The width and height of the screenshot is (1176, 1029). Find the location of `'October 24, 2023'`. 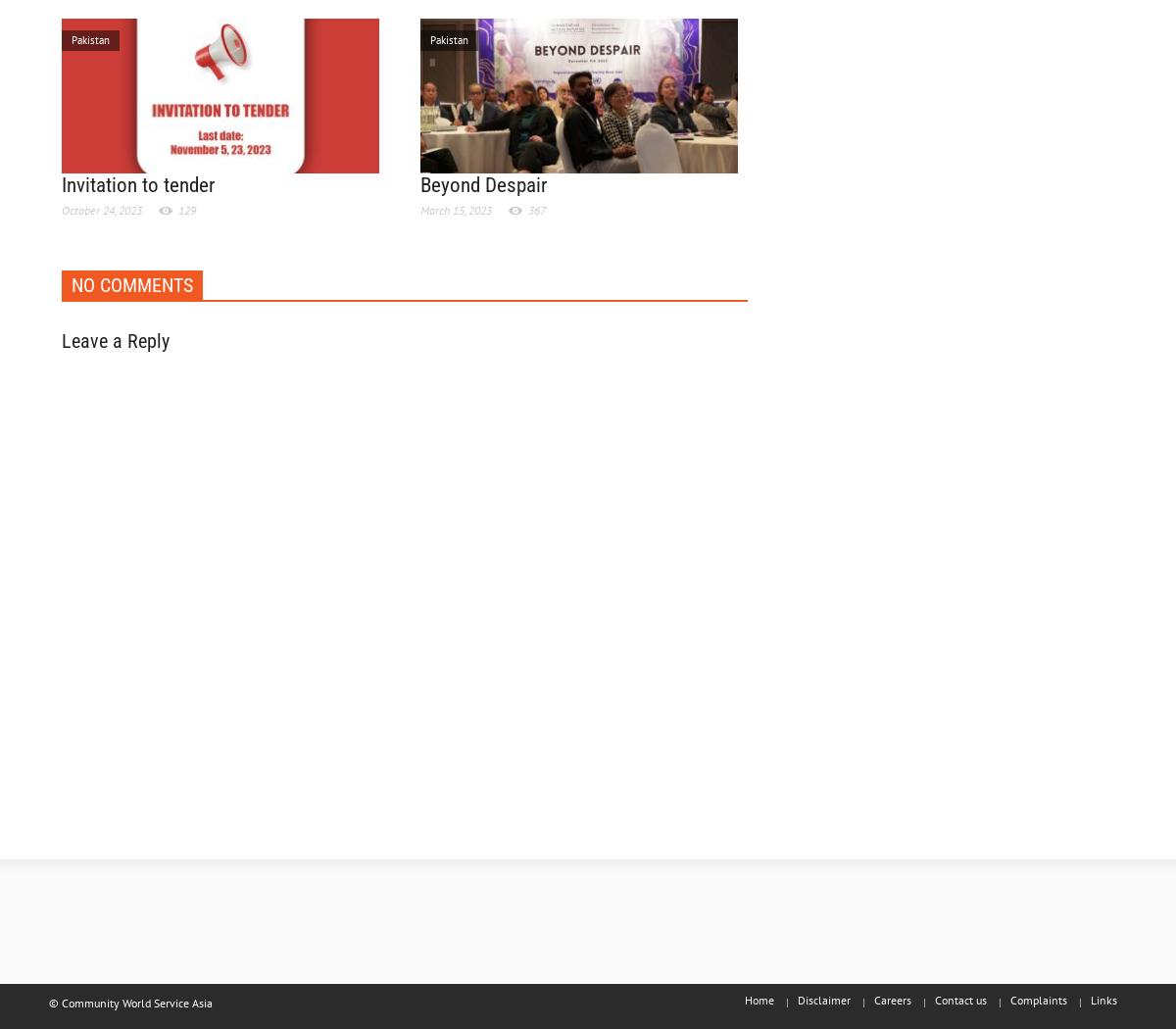

'October 24, 2023' is located at coordinates (102, 209).